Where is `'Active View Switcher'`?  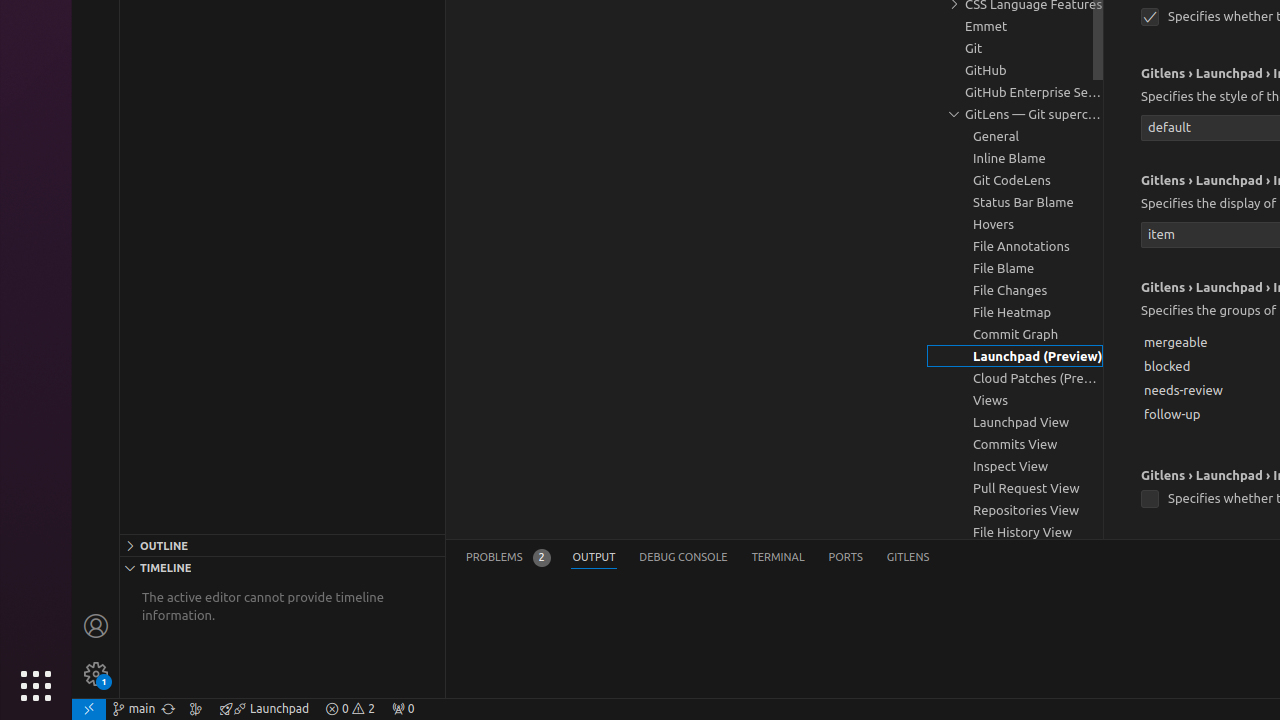 'Active View Switcher' is located at coordinates (697, 557).